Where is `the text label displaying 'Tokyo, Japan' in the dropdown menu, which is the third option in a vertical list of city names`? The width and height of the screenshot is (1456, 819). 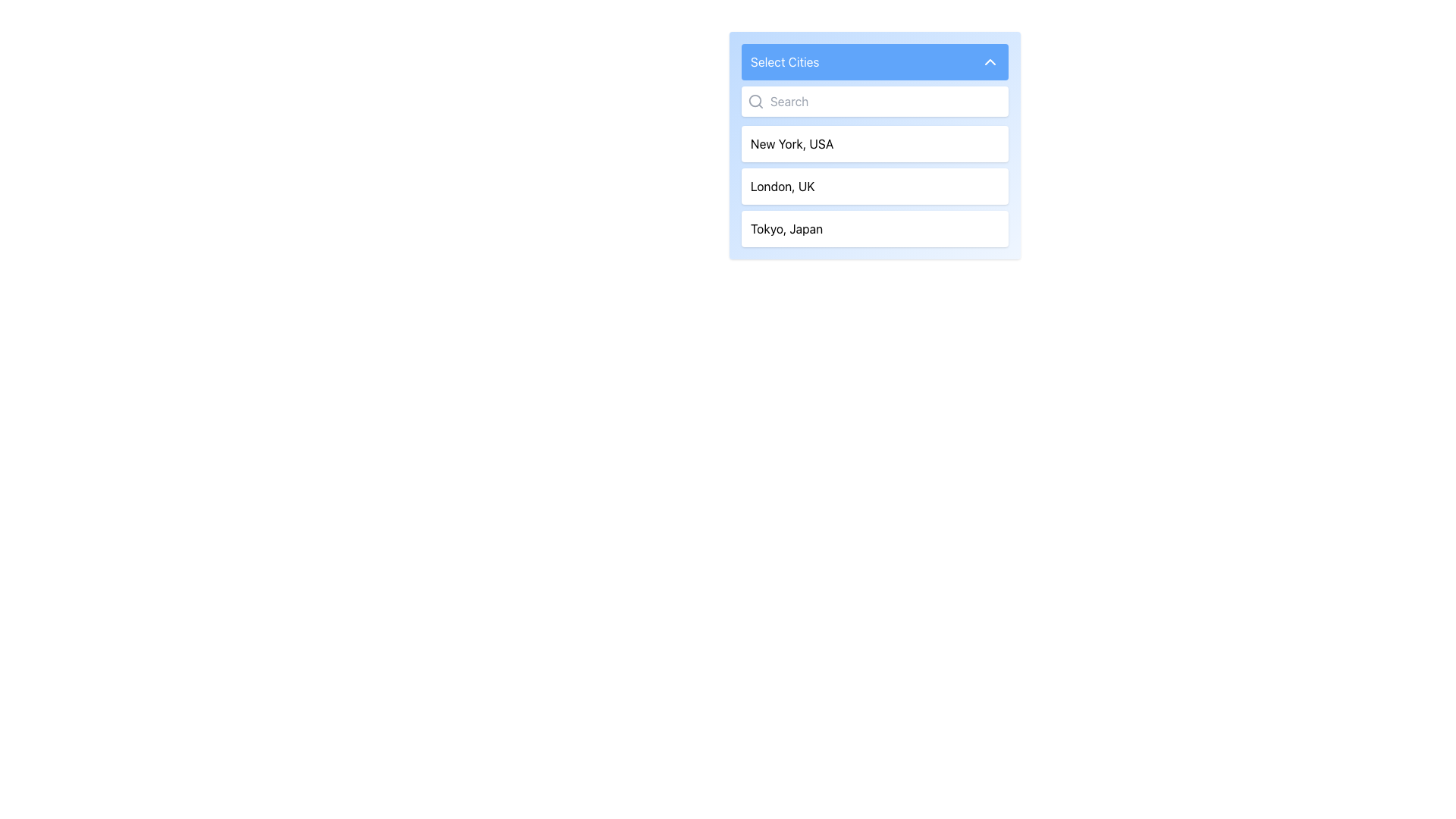
the text label displaying 'Tokyo, Japan' in the dropdown menu, which is the third option in a vertical list of city names is located at coordinates (786, 228).